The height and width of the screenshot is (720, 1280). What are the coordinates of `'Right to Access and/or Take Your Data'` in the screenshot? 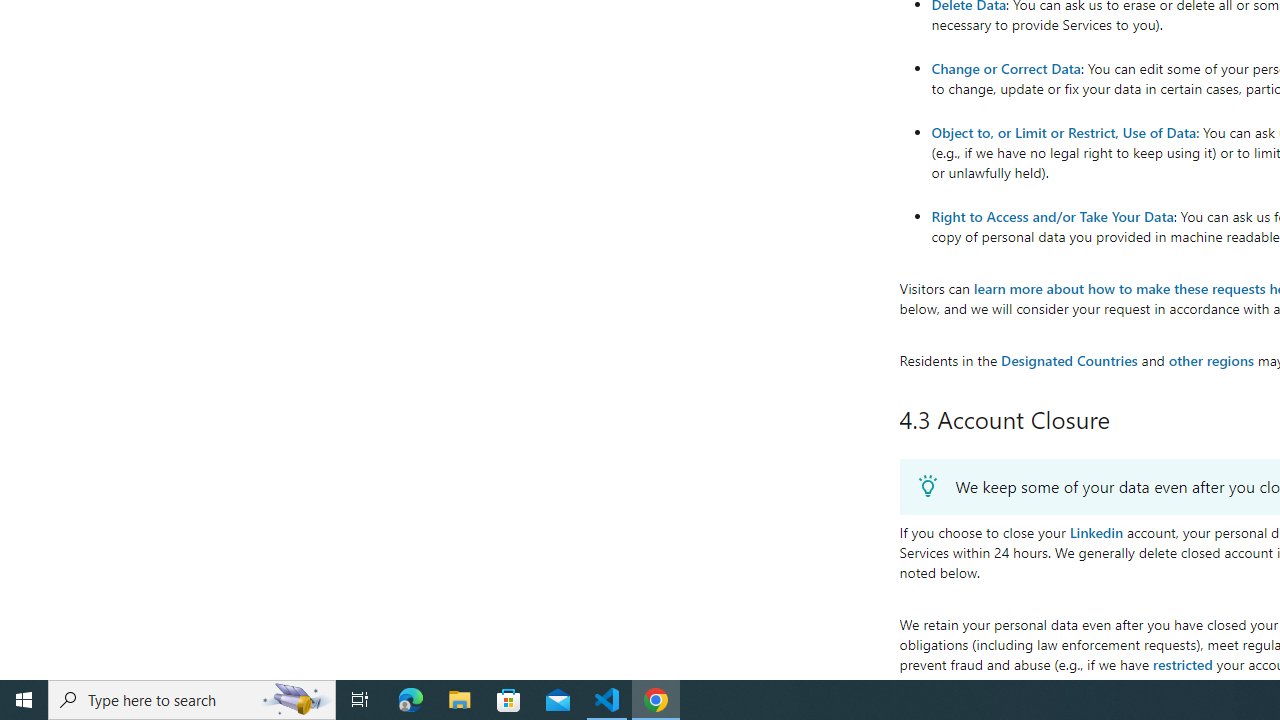 It's located at (1051, 216).